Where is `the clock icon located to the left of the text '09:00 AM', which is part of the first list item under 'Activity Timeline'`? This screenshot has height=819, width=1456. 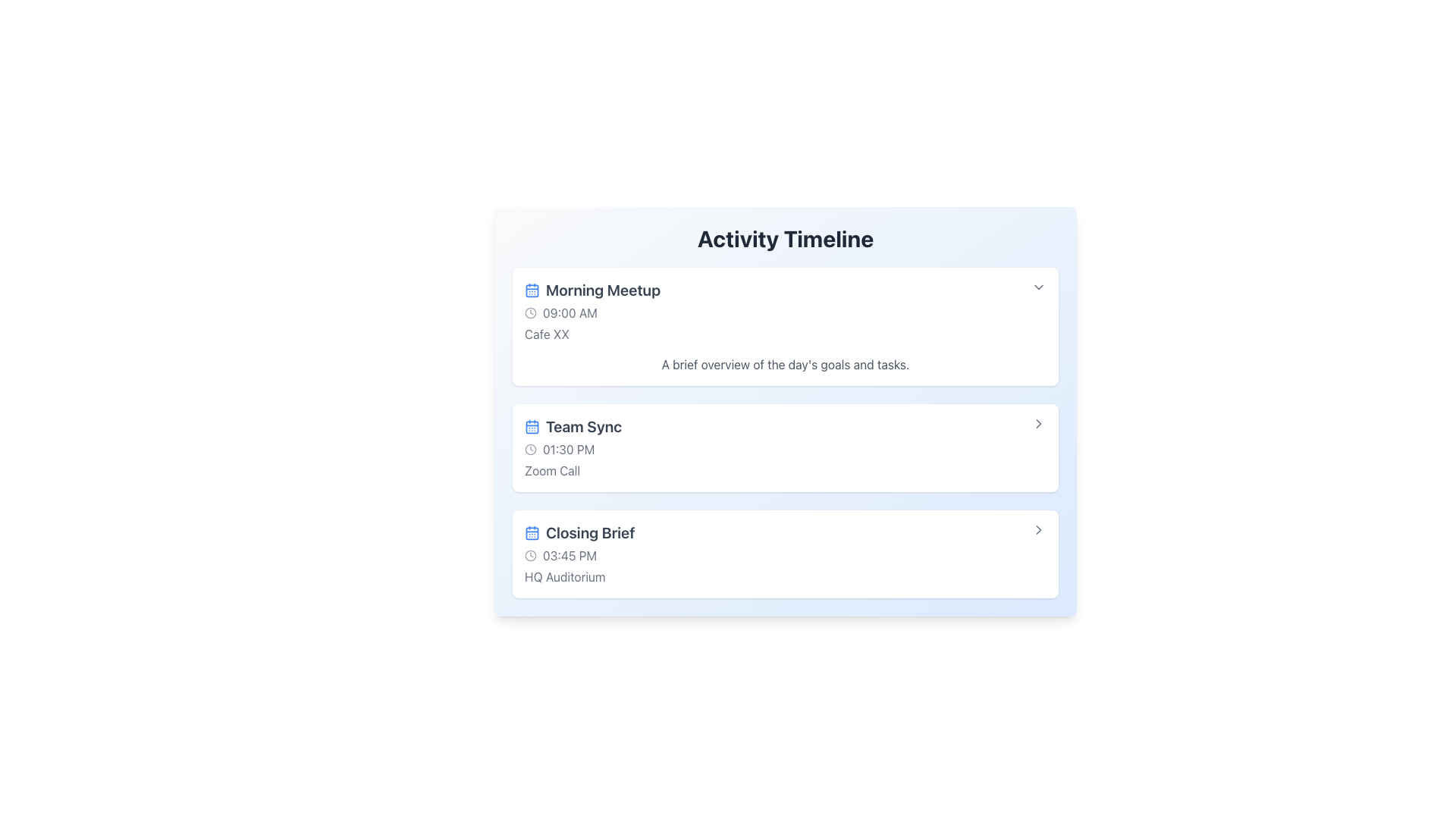 the clock icon located to the left of the text '09:00 AM', which is part of the first list item under 'Activity Timeline' is located at coordinates (531, 312).